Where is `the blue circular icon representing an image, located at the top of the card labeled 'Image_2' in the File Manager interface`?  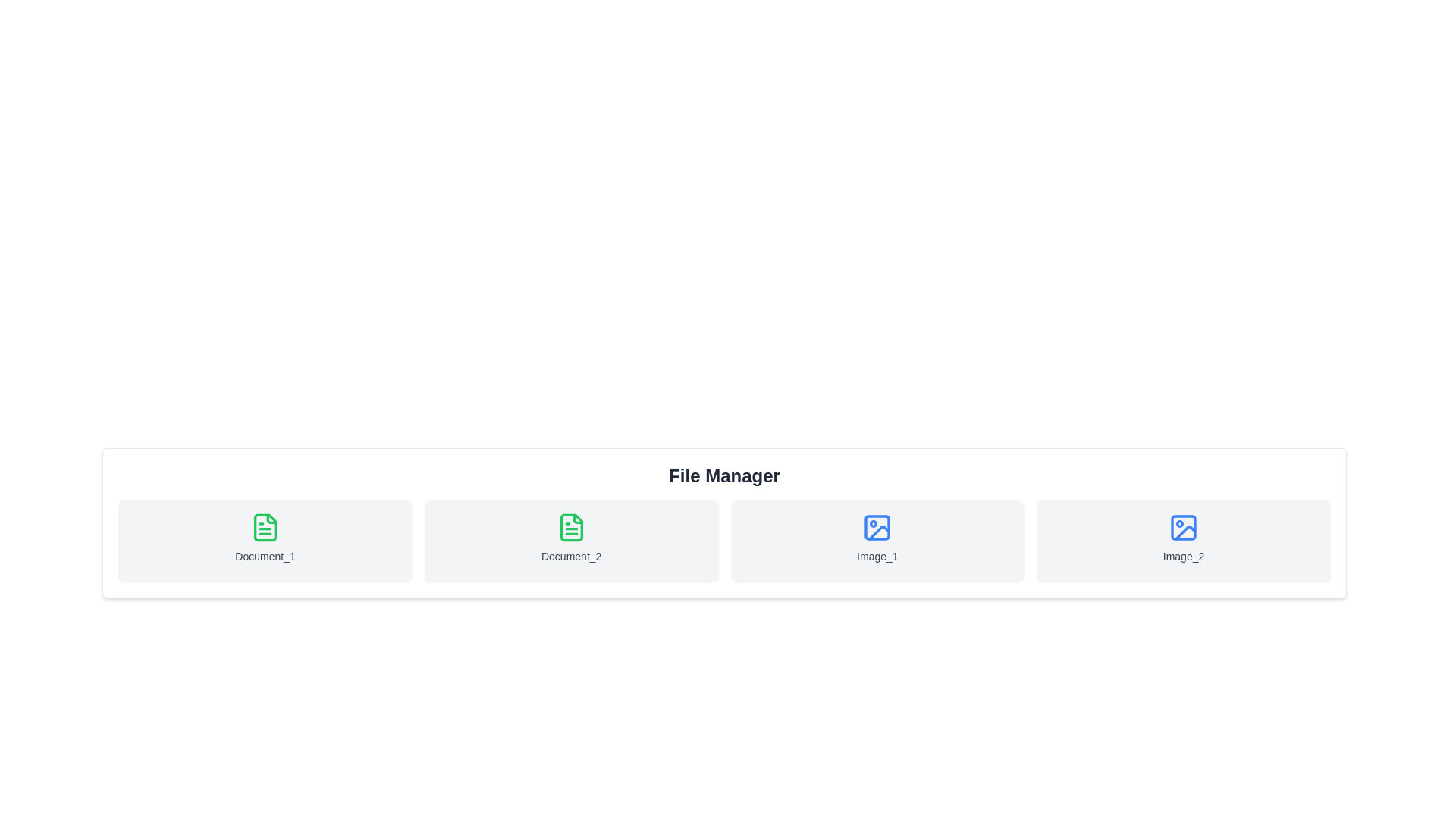
the blue circular icon representing an image, located at the top of the card labeled 'Image_2' in the File Manager interface is located at coordinates (1182, 526).